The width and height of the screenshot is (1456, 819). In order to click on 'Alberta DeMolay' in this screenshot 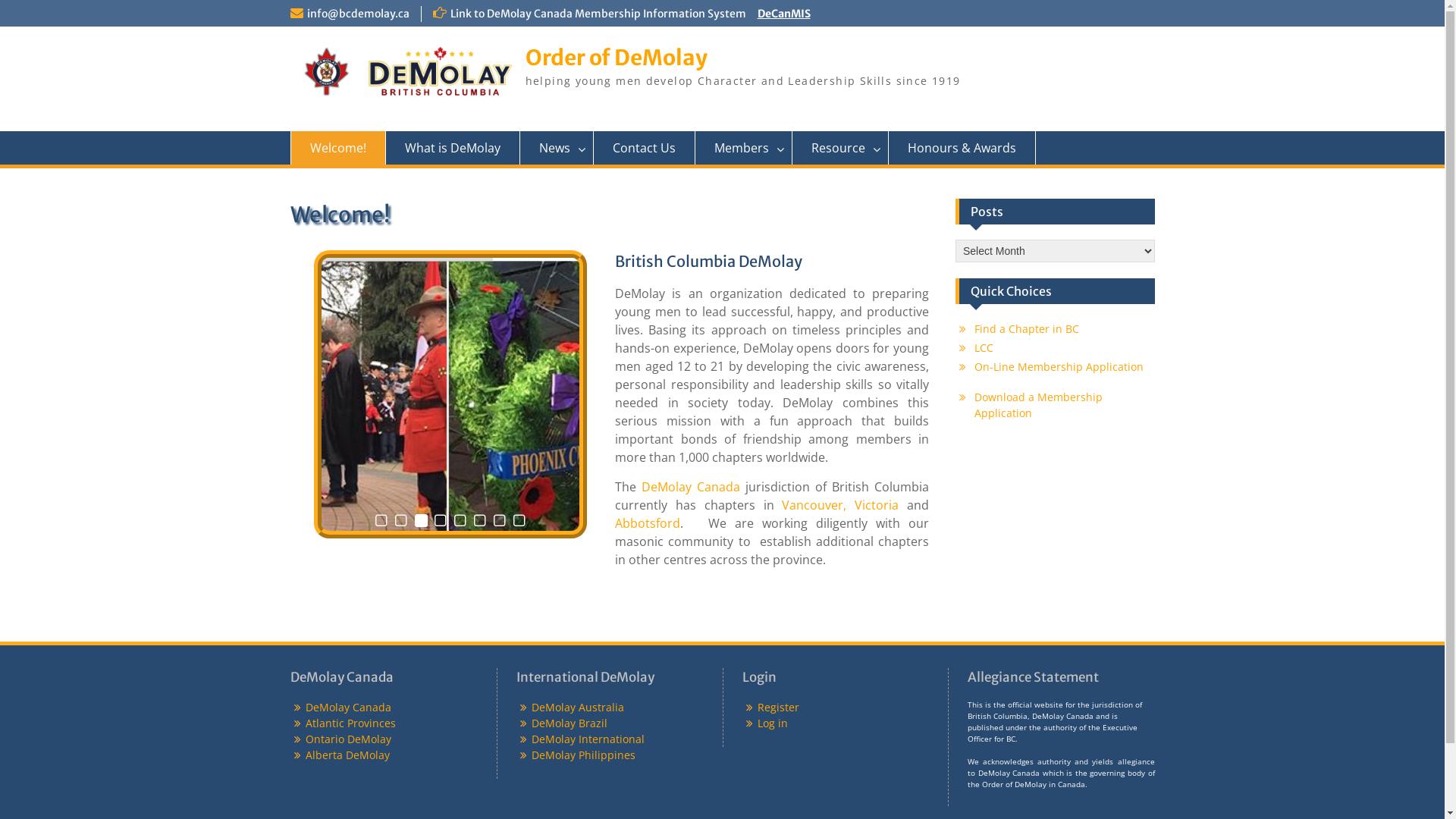, I will do `click(346, 755)`.